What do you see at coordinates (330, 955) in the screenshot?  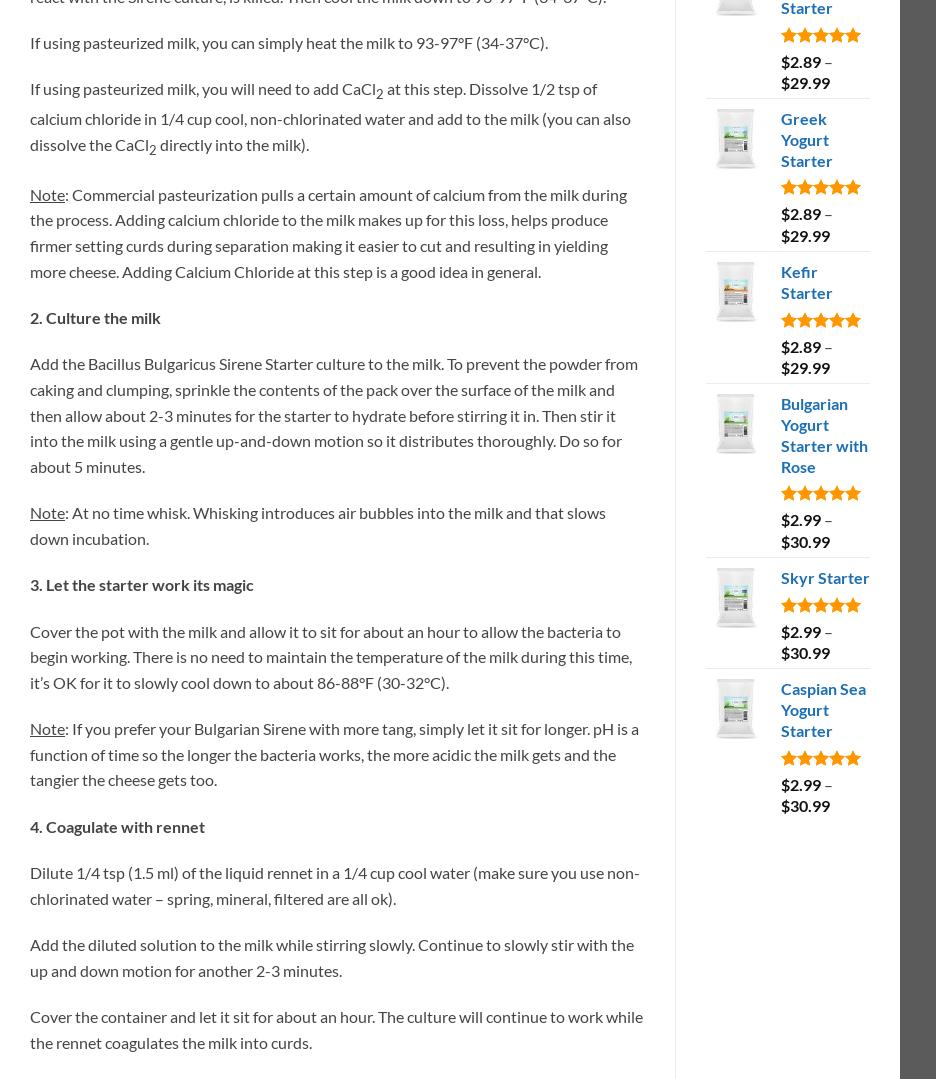 I see `'Add the diluted solution to the milk while stirring slowly. Continue to slowly stir with the up and down motion for another 2-3 minutes.'` at bounding box center [330, 955].